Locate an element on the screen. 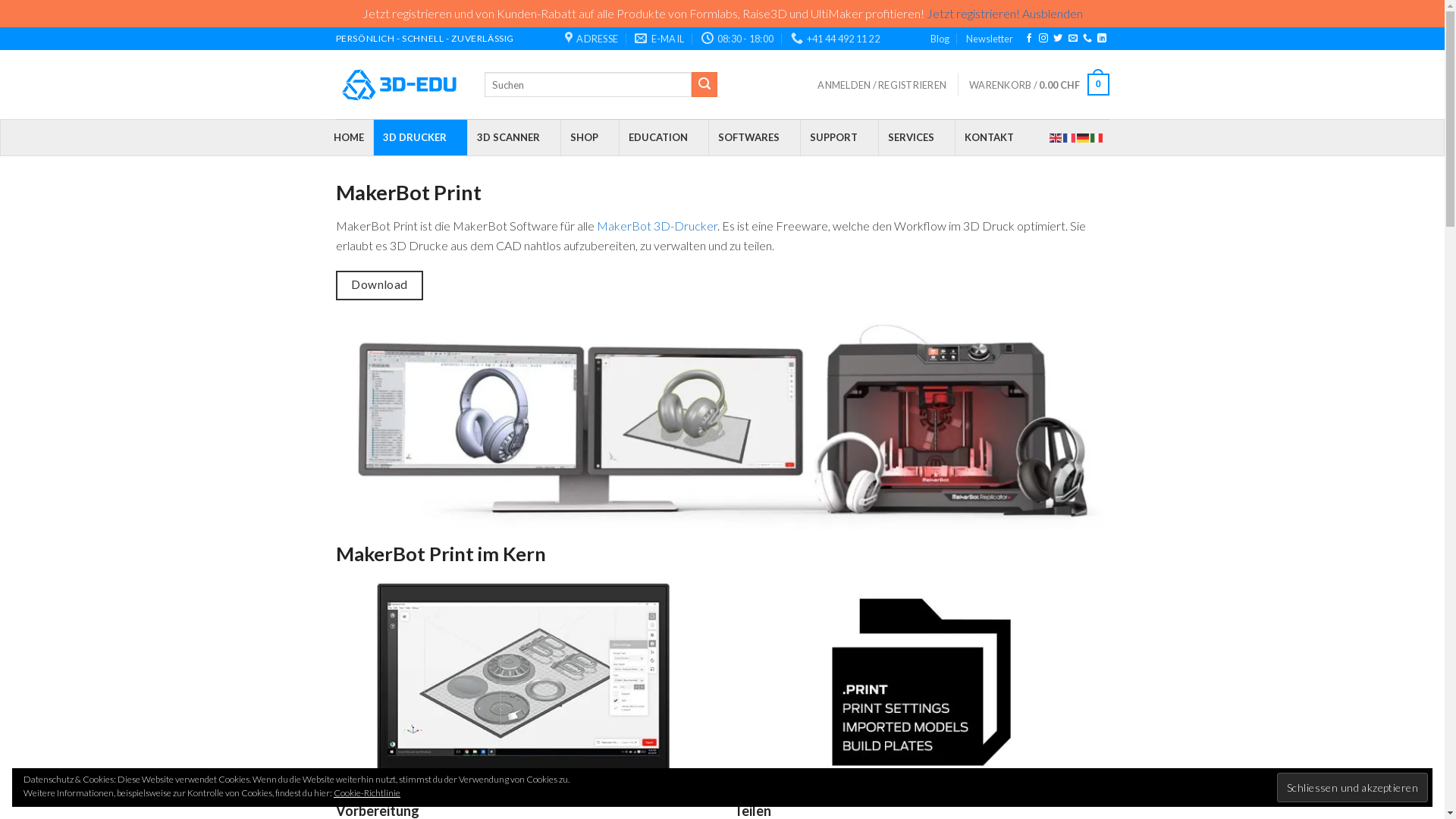 Image resolution: width=1456 pixels, height=819 pixels. 'KONTAKT' is located at coordinates (993, 137).